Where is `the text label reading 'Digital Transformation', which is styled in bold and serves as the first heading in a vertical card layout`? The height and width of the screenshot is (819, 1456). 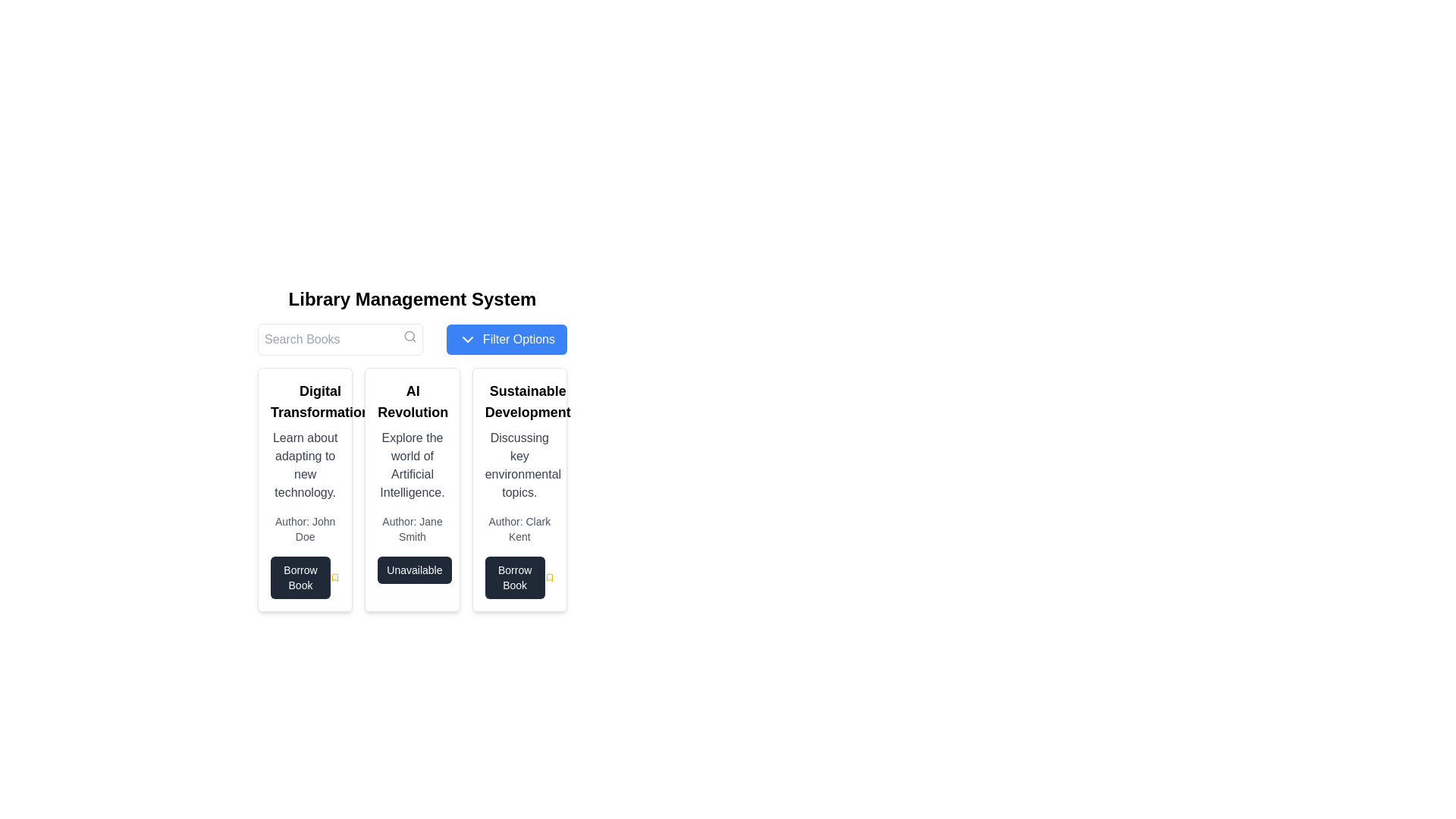 the text label reading 'Digital Transformation', which is styled in bold and serves as the first heading in a vertical card layout is located at coordinates (319, 400).